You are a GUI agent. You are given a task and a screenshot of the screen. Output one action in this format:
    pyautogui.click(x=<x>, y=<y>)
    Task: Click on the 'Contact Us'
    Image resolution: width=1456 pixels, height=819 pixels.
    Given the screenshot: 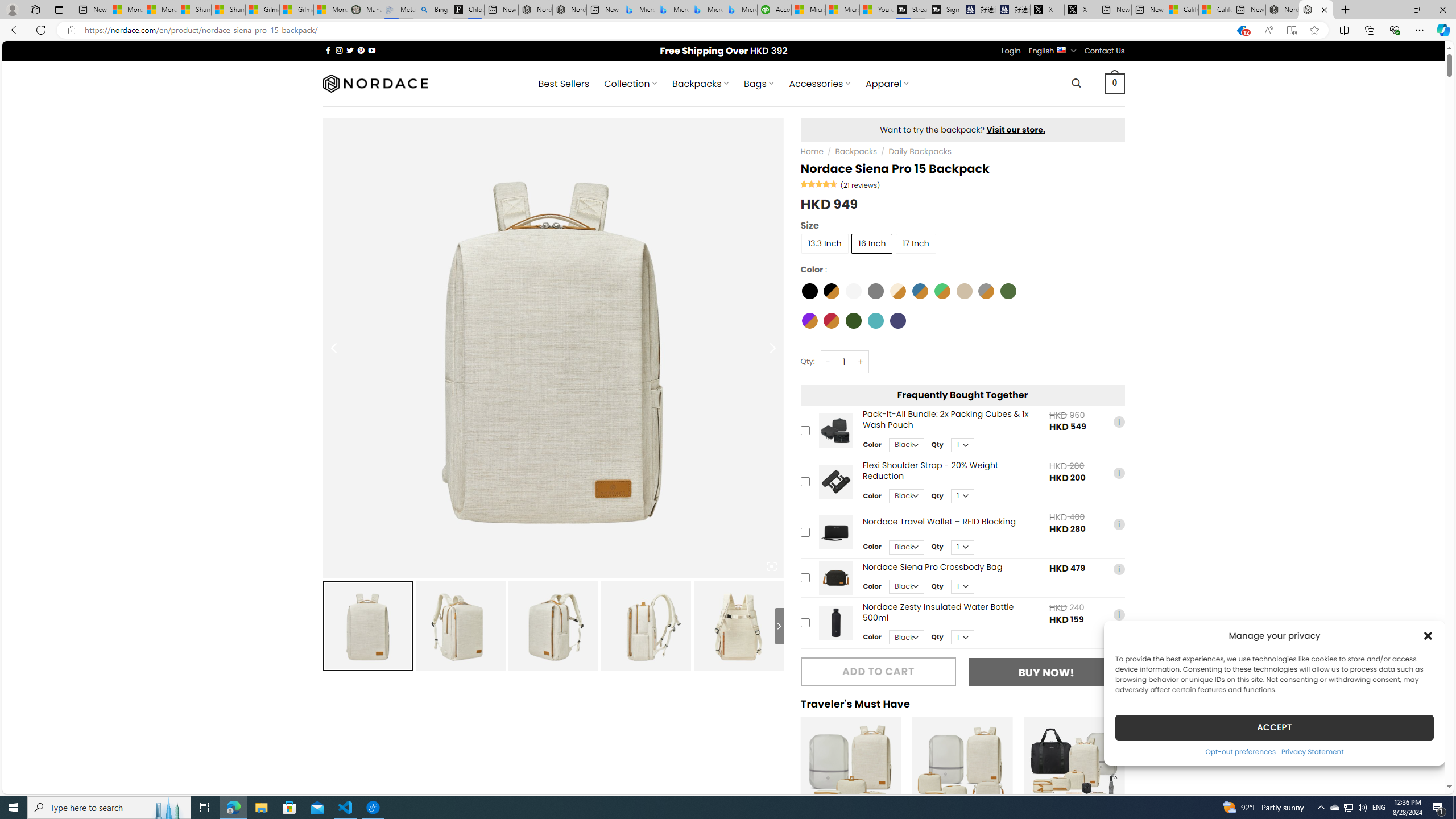 What is the action you would take?
    pyautogui.click(x=1105, y=51)
    